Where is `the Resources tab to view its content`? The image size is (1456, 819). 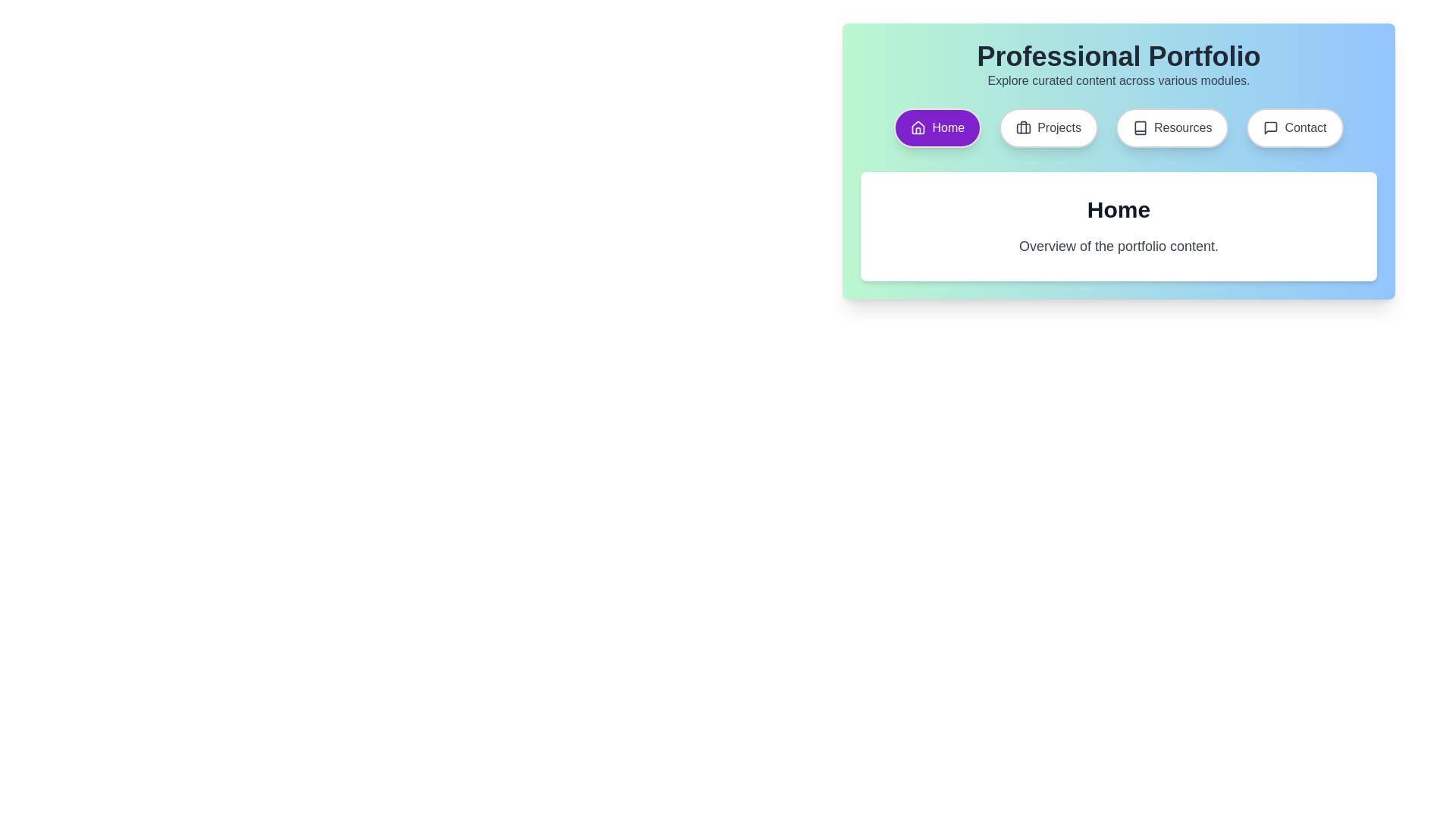 the Resources tab to view its content is located at coordinates (1172, 127).